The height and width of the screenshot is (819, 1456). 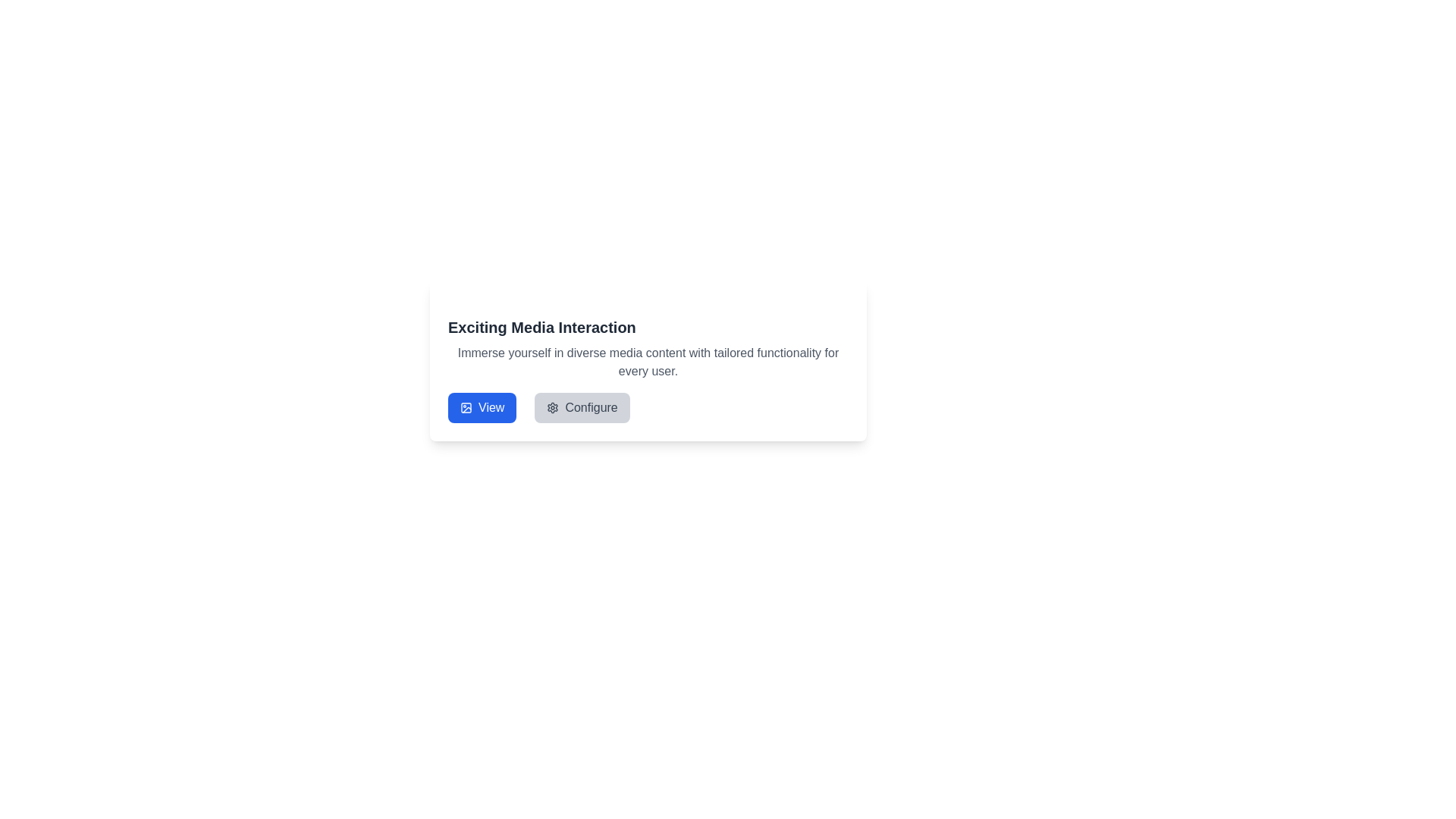 What do you see at coordinates (538, 406) in the screenshot?
I see `the composite UI element consisting of a blue 'View' button and a gray 'Configure' button` at bounding box center [538, 406].